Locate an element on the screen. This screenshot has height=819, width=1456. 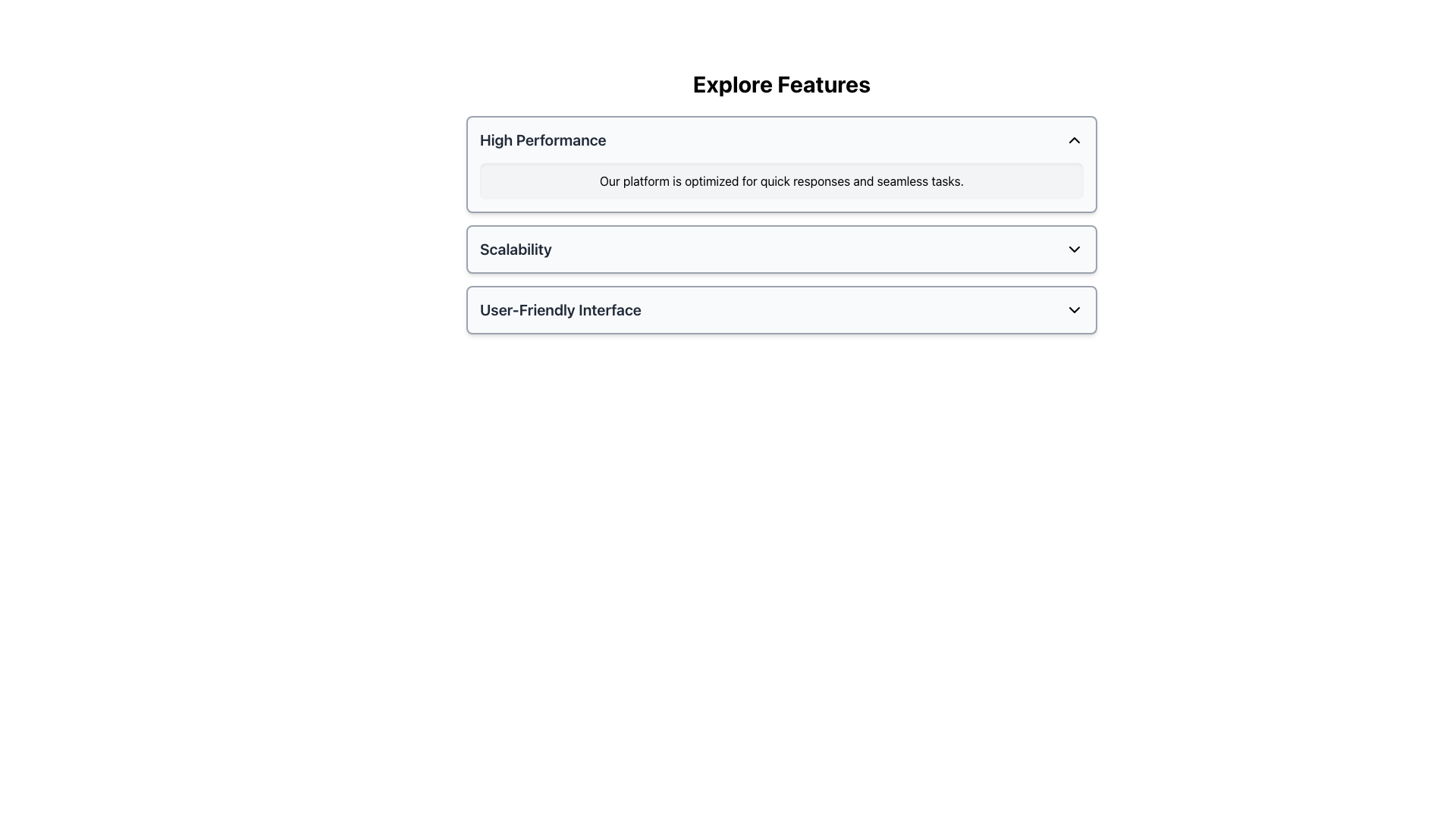
the Text label that serves as the title for the section within the collapsible card under 'Explore Features' is located at coordinates (543, 140).